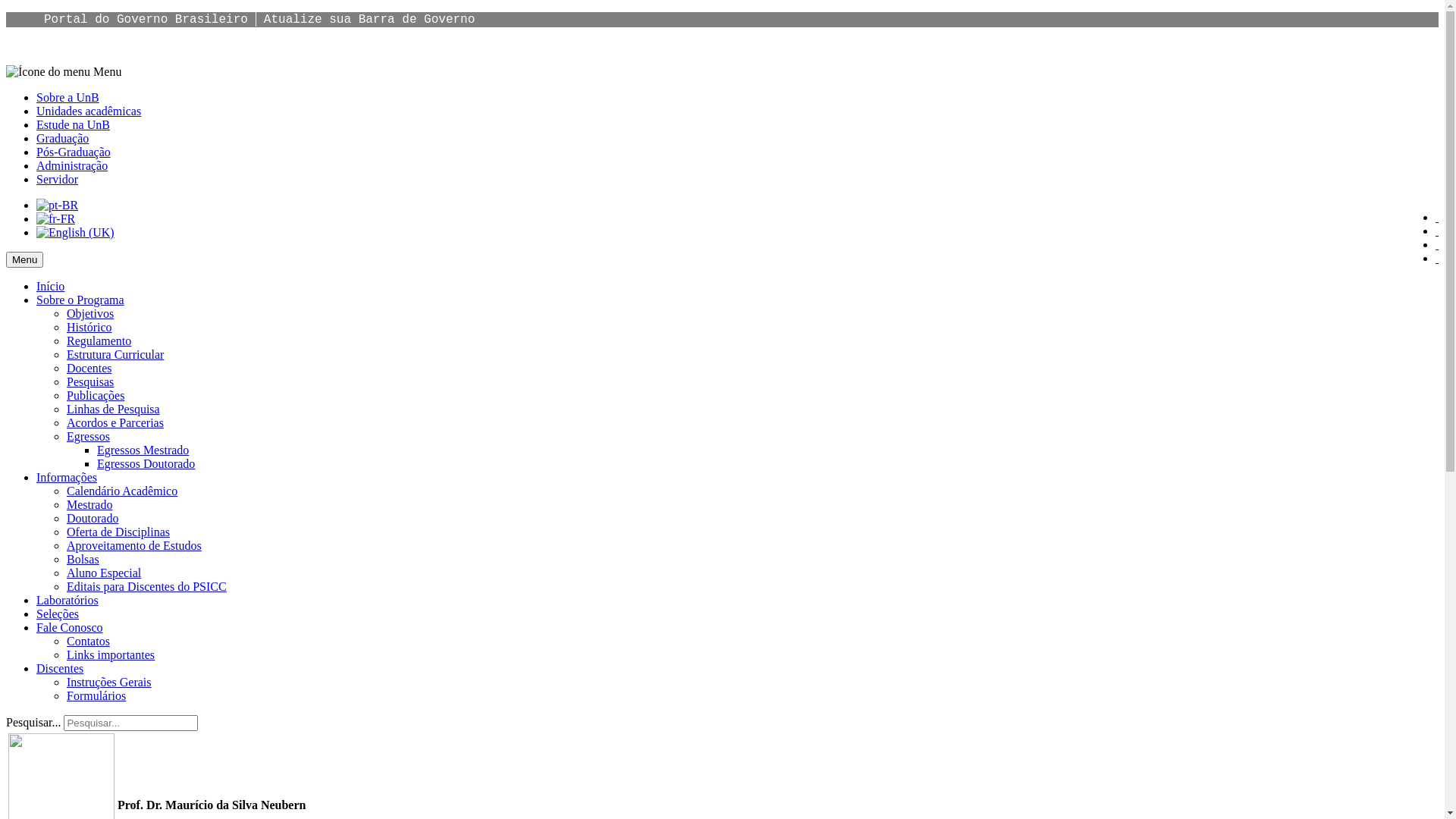 The width and height of the screenshot is (1456, 819). What do you see at coordinates (36, 667) in the screenshot?
I see `'Discentes'` at bounding box center [36, 667].